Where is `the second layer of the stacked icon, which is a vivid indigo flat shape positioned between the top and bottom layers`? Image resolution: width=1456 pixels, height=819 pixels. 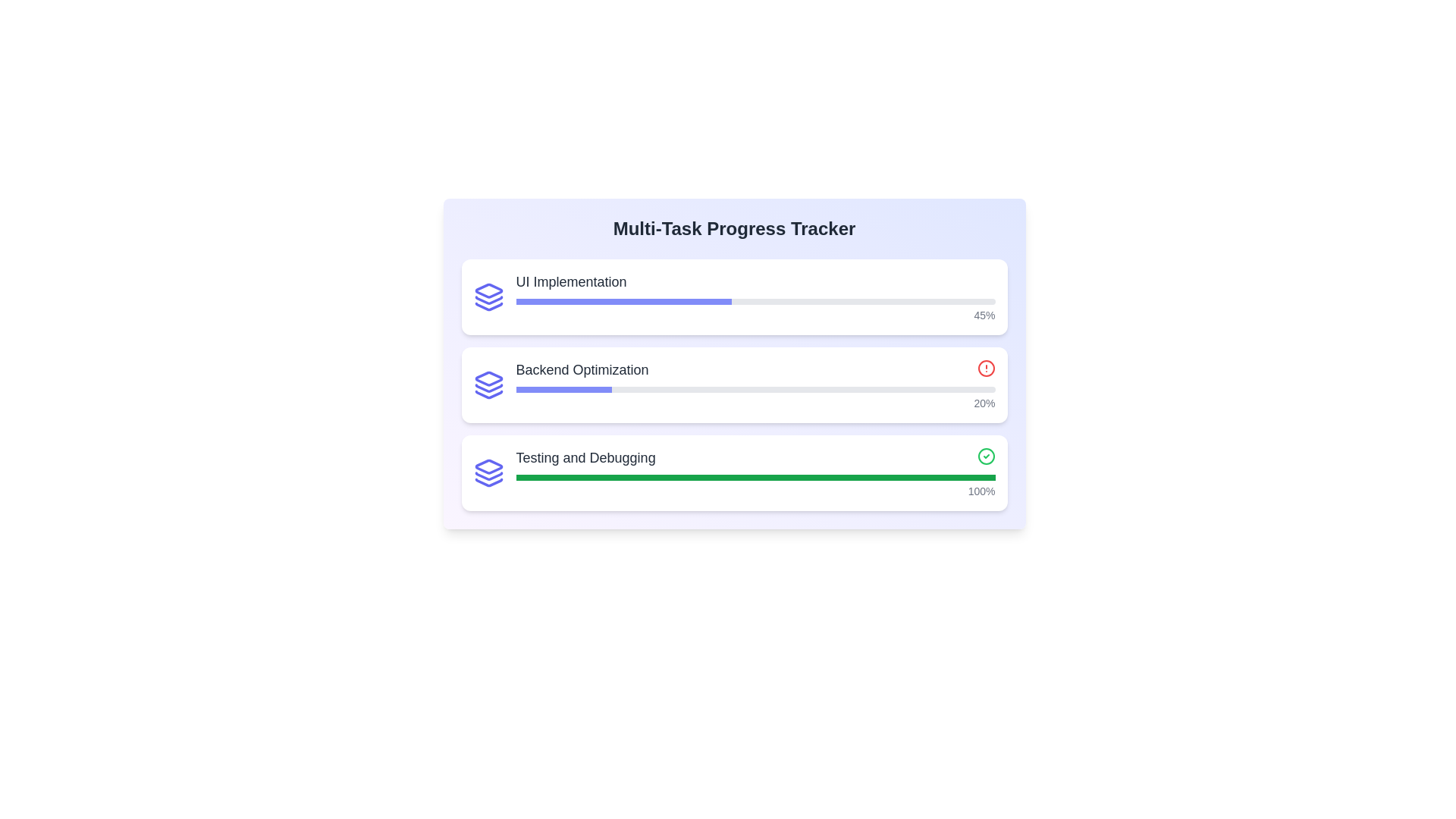
the second layer of the stacked icon, which is a vivid indigo flat shape positioned between the top and bottom layers is located at coordinates (488, 388).